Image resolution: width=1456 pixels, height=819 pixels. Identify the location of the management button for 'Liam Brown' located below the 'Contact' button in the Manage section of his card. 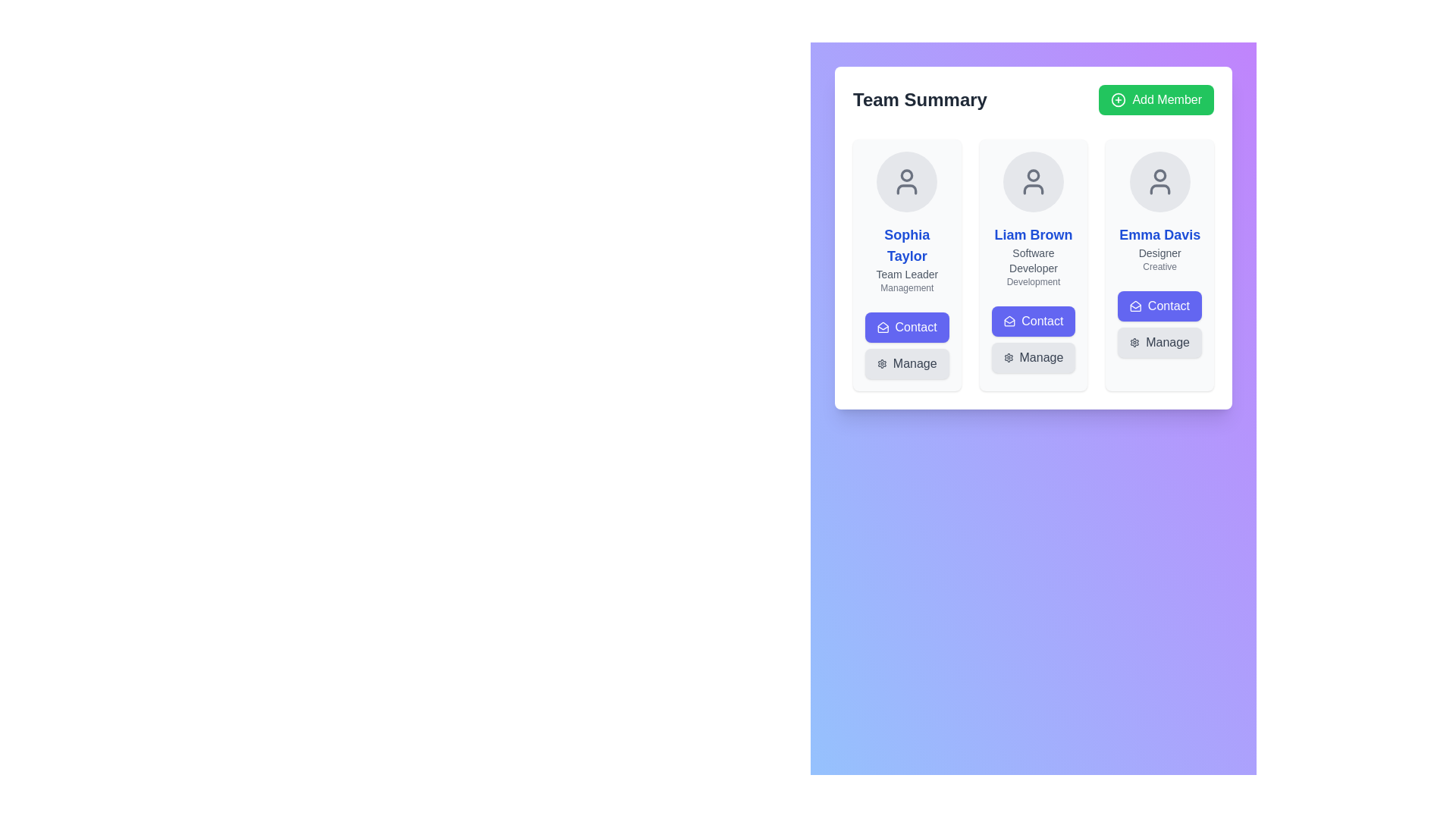
(1033, 357).